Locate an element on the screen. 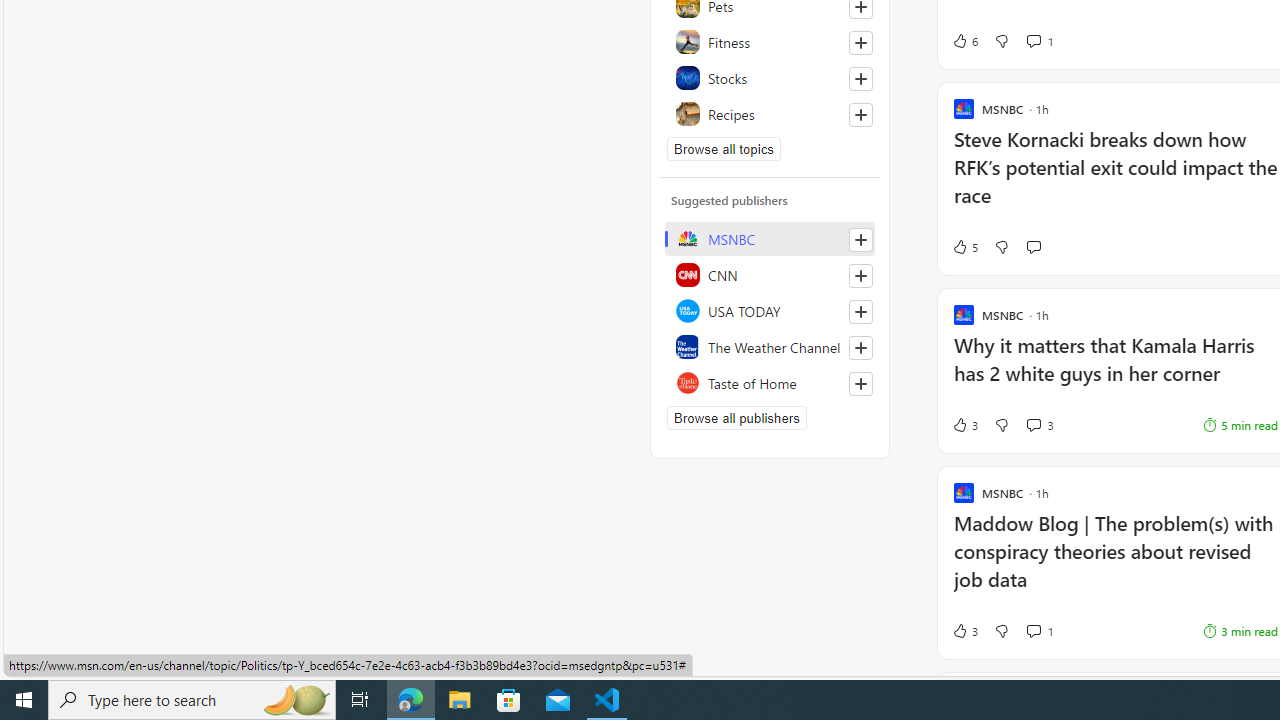 Image resolution: width=1280 pixels, height=720 pixels. 'Browse all publishers' is located at coordinates (735, 416).